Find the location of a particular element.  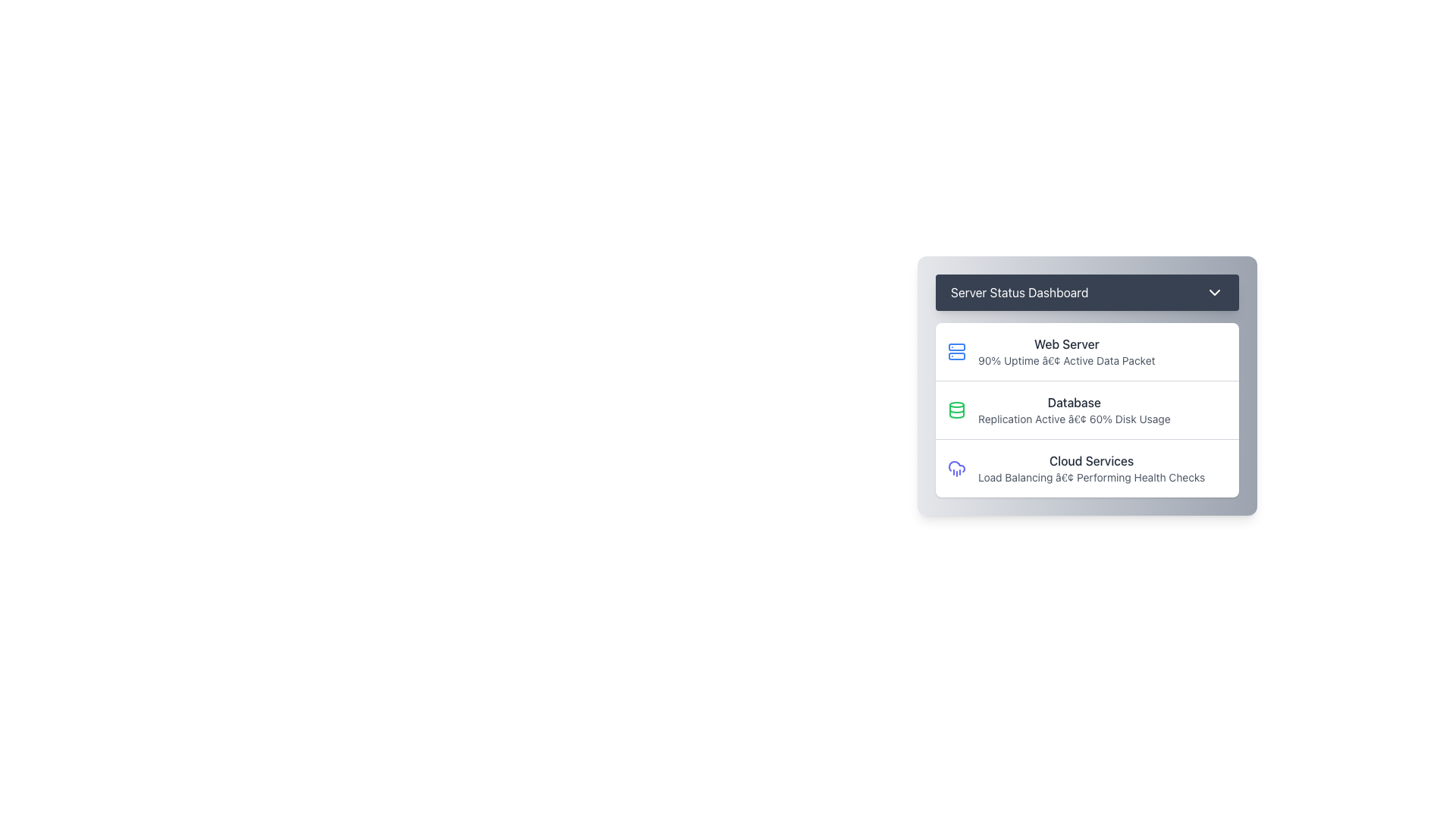

the server icon with a blue outline, positioned to the far left of the 'Web Server' item in the 'Server Status Dashboard' is located at coordinates (956, 351).